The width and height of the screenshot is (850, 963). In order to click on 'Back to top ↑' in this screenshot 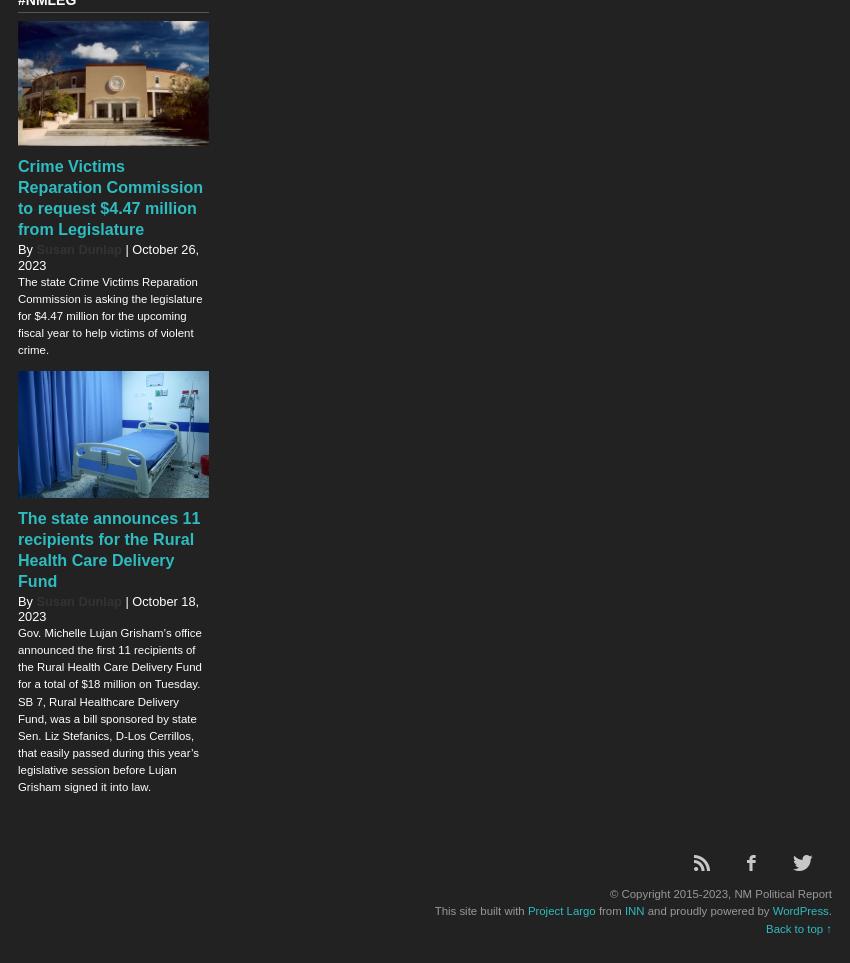, I will do `click(798, 928)`.